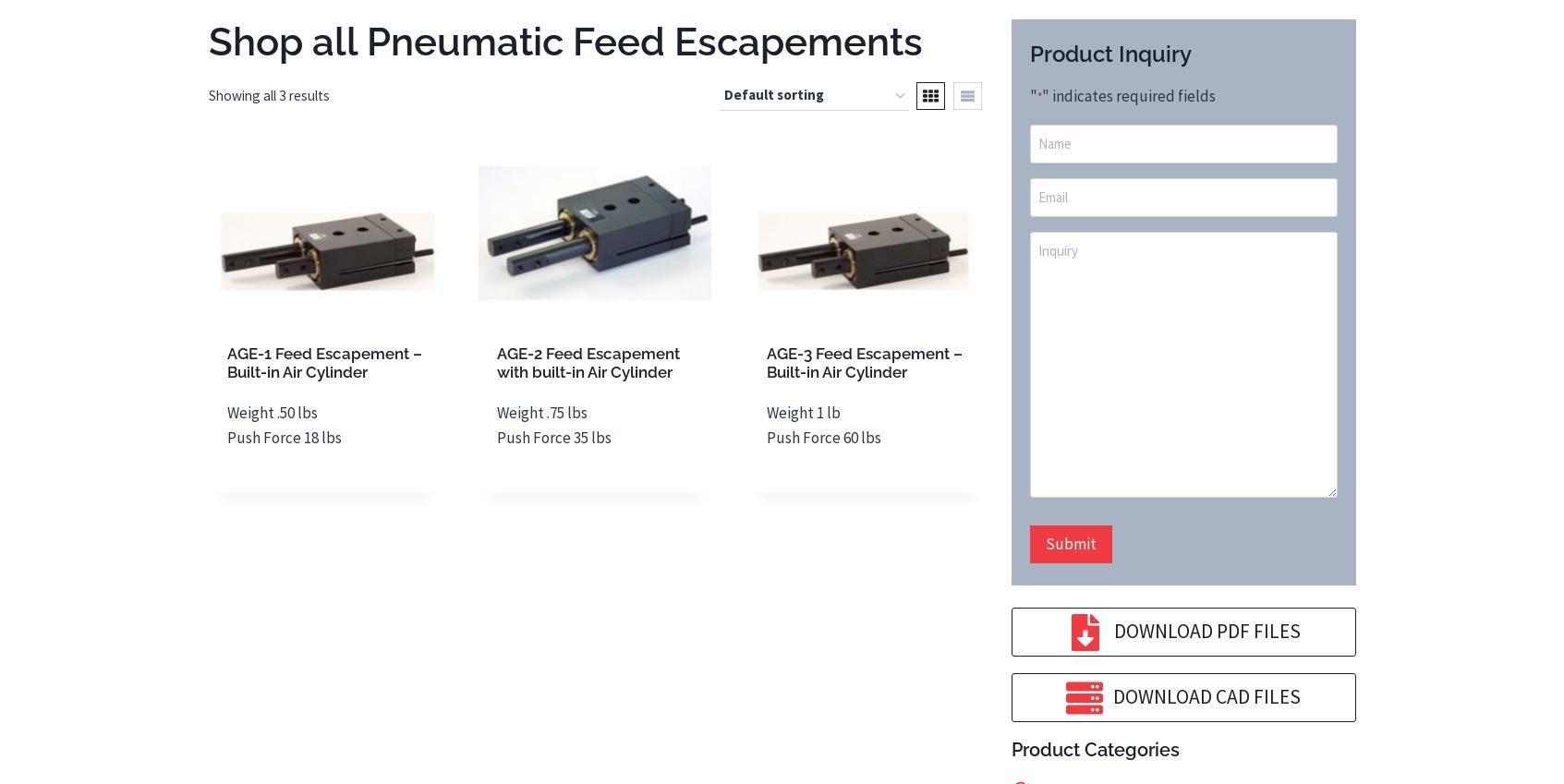 The width and height of the screenshot is (1564, 784). Describe the element at coordinates (824, 435) in the screenshot. I see `'Push Force 60 lbs'` at that location.